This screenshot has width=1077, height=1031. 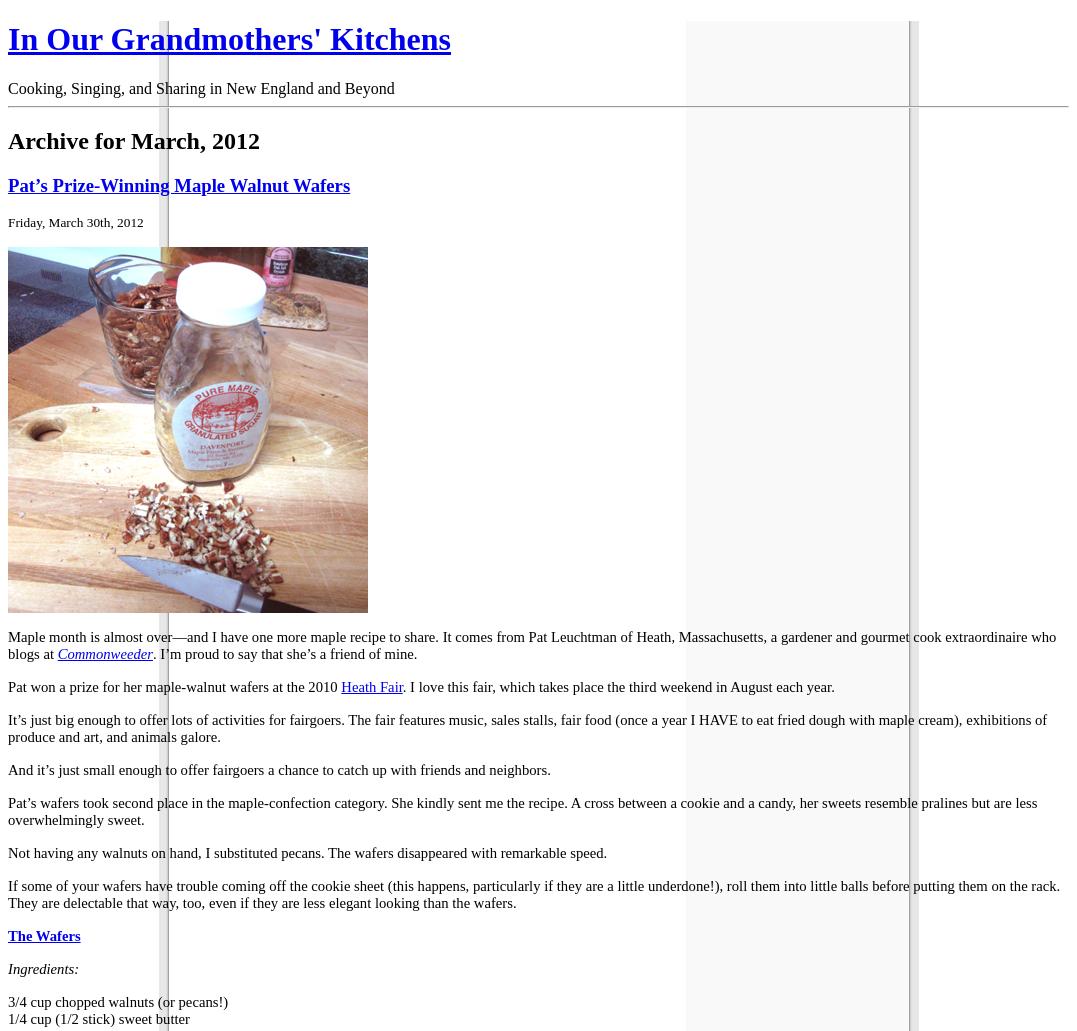 I want to click on 'Pat’s wafers took second place in the maple-confection category. She kindly sent me the recipe. A cross between a cookie and a candy, her sweets resemble pralines but are less overwhelmingly sweet.', so click(x=521, y=810).